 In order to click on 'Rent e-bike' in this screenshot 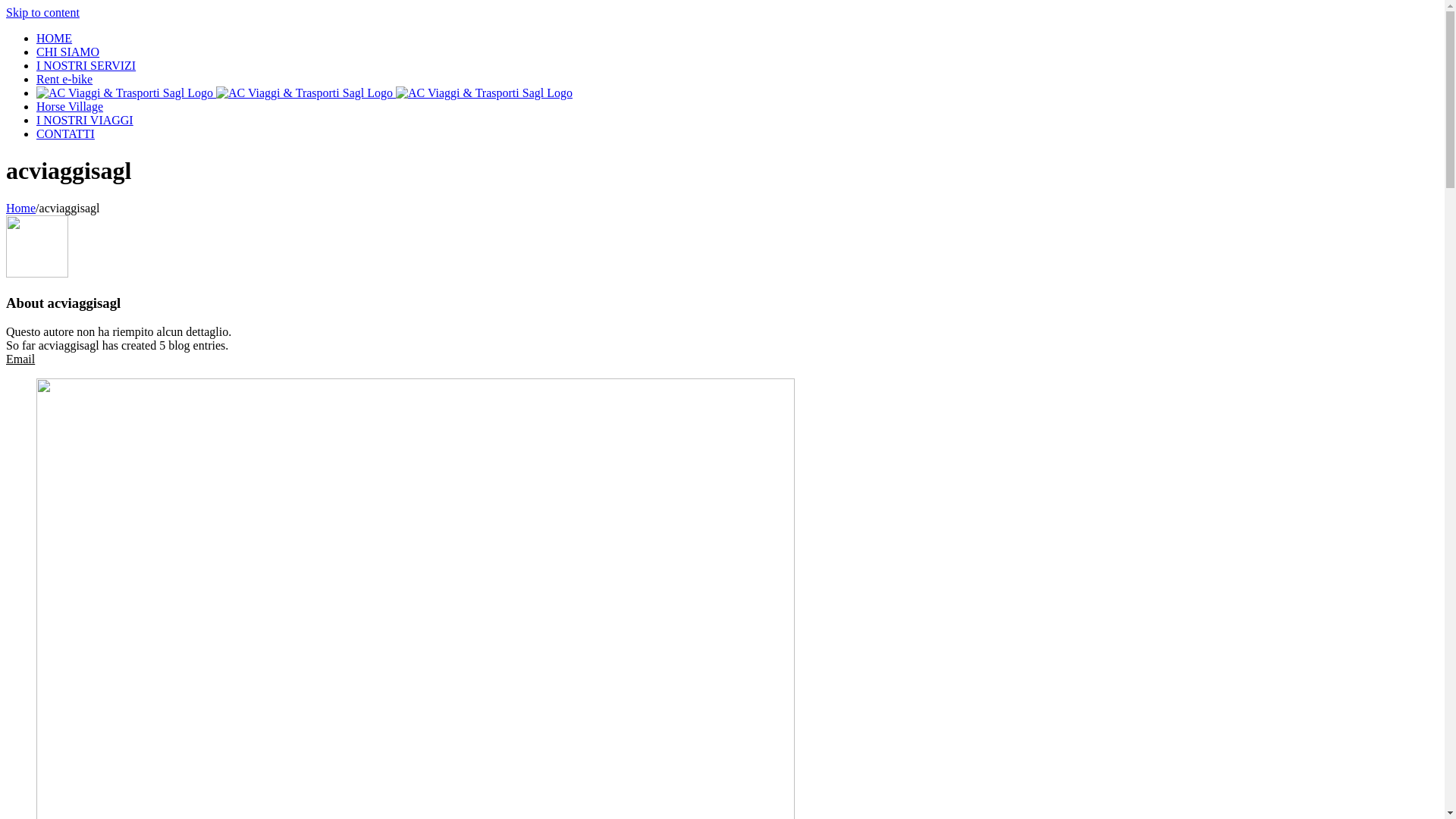, I will do `click(64, 79)`.